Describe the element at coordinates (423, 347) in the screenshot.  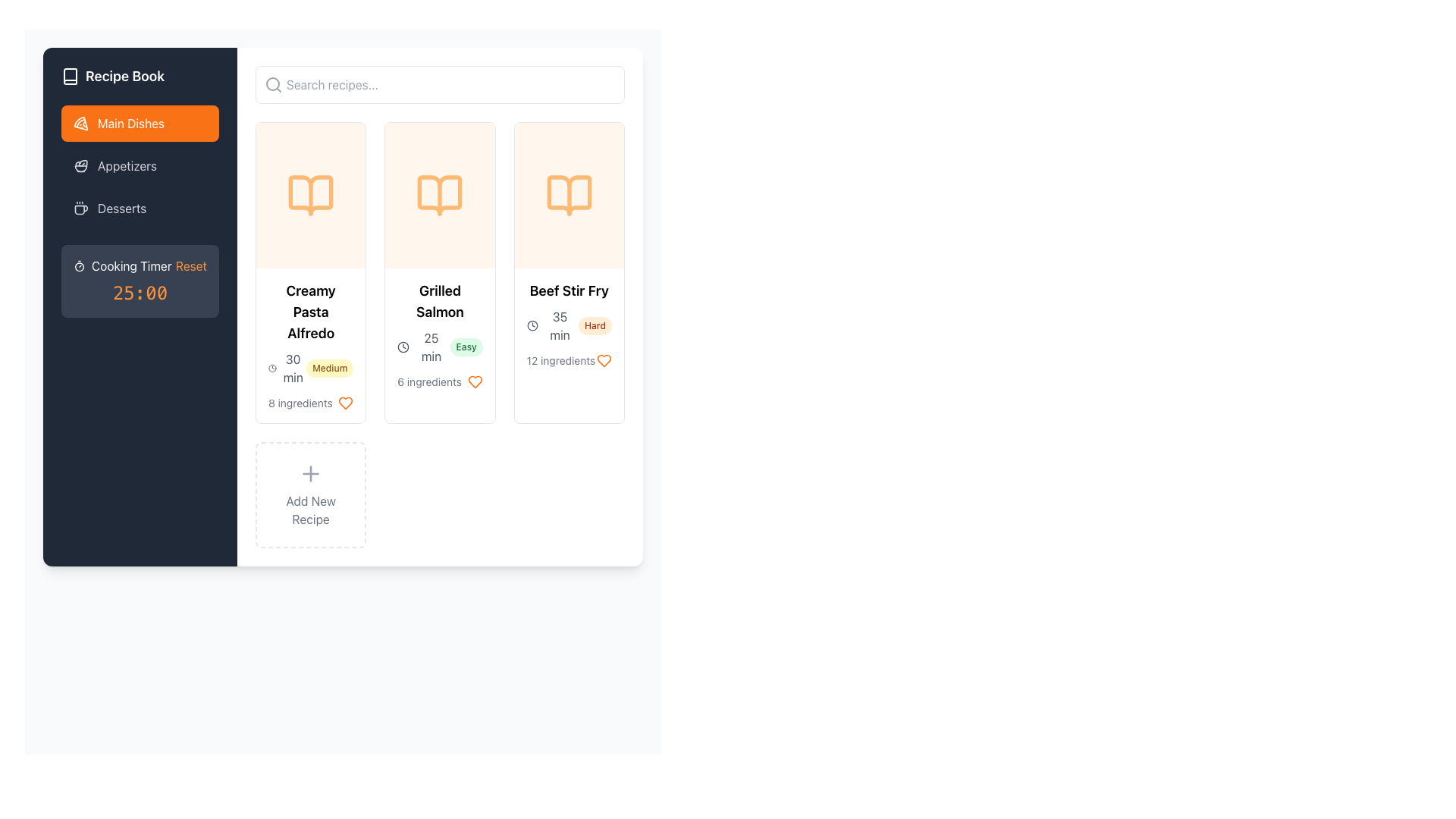
I see `the '25 min' text label, which is styled in gray and located in the 'Grilled Salmon' card, to focus on it` at that location.